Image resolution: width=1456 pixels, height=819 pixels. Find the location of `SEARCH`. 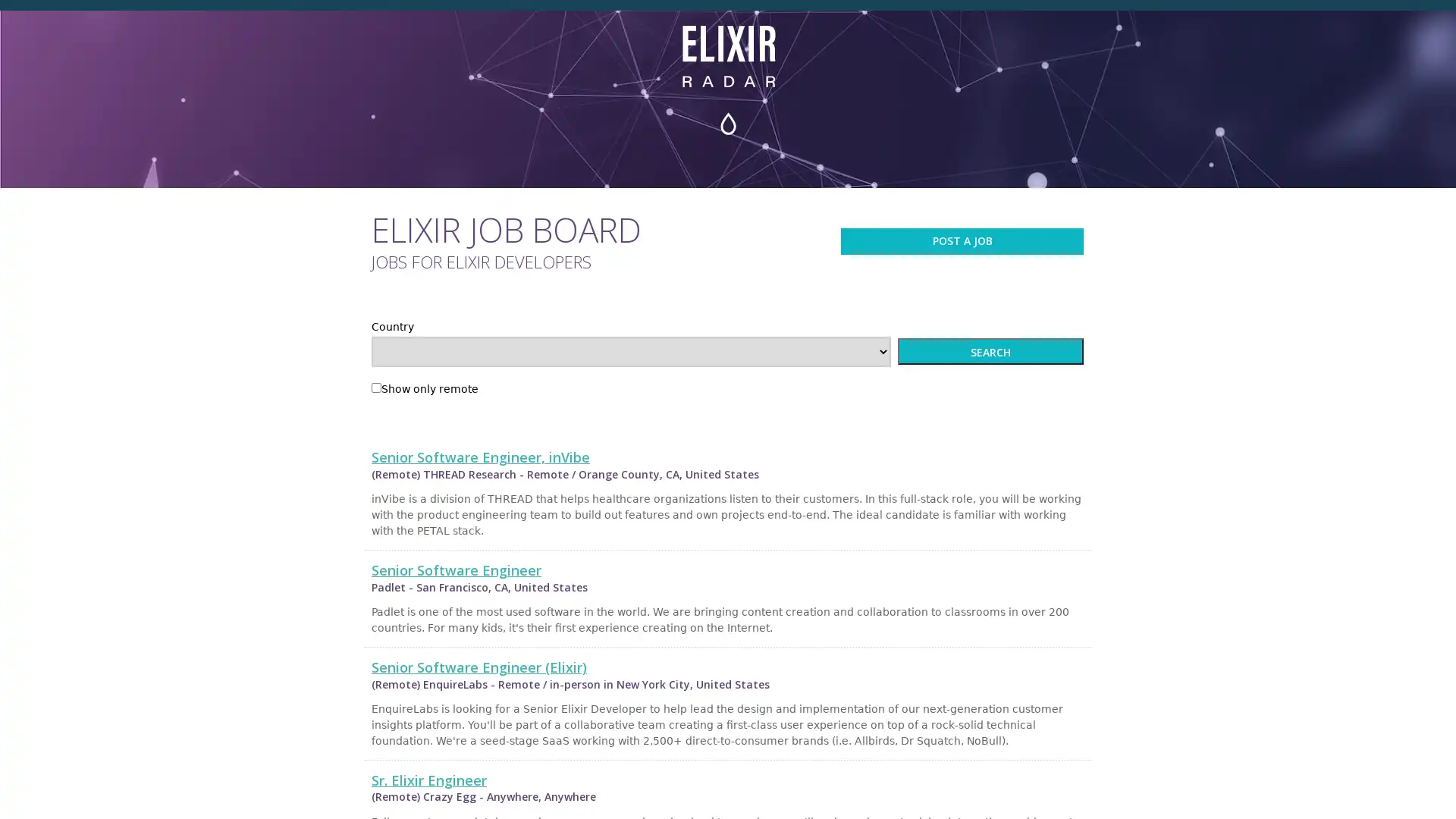

SEARCH is located at coordinates (990, 350).